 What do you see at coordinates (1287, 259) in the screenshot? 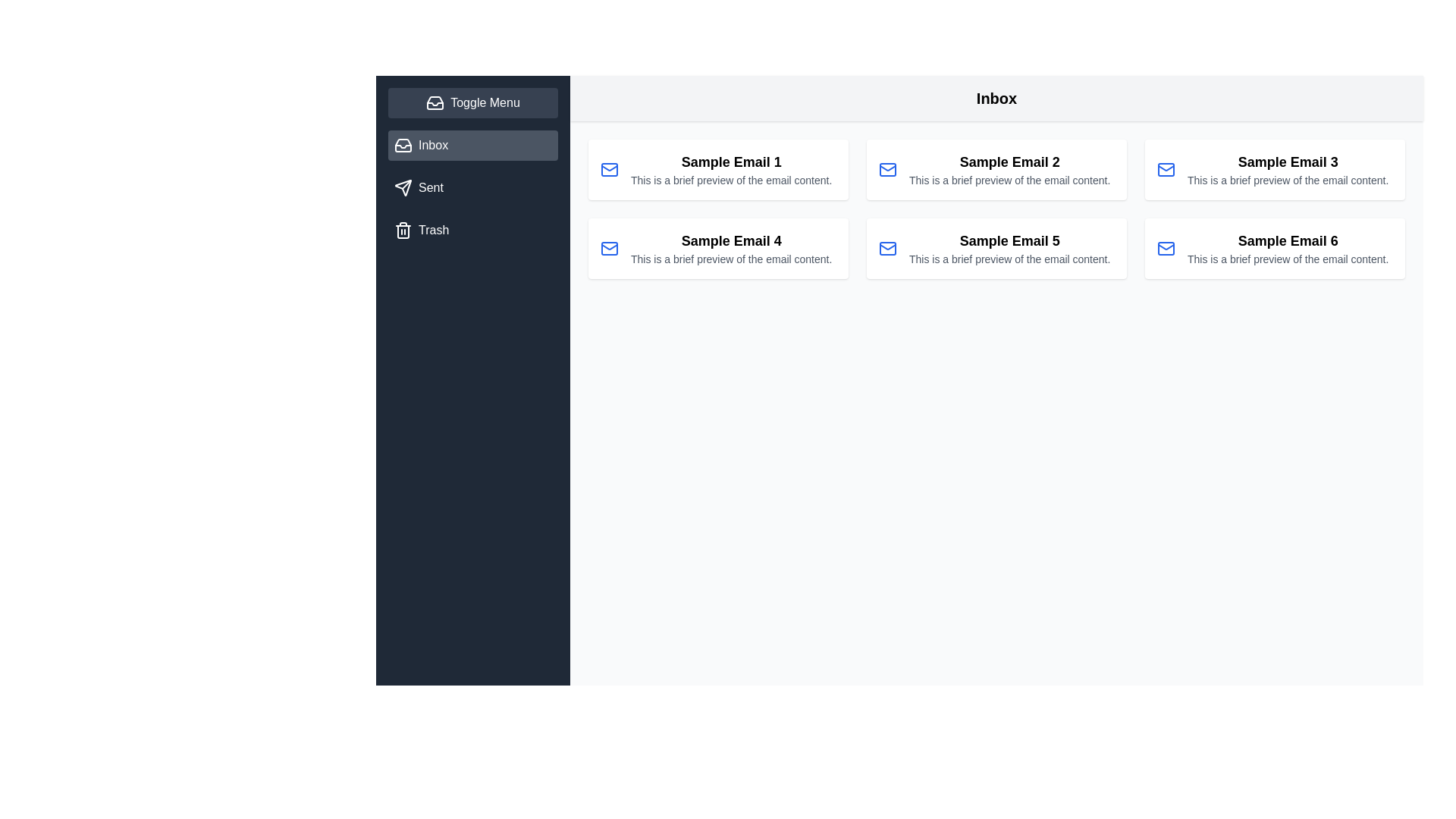
I see `the text element displaying 'This is a brief preview of the email content.' which is styled in gray and positioned below the title 'Sample Email 6'` at bounding box center [1287, 259].